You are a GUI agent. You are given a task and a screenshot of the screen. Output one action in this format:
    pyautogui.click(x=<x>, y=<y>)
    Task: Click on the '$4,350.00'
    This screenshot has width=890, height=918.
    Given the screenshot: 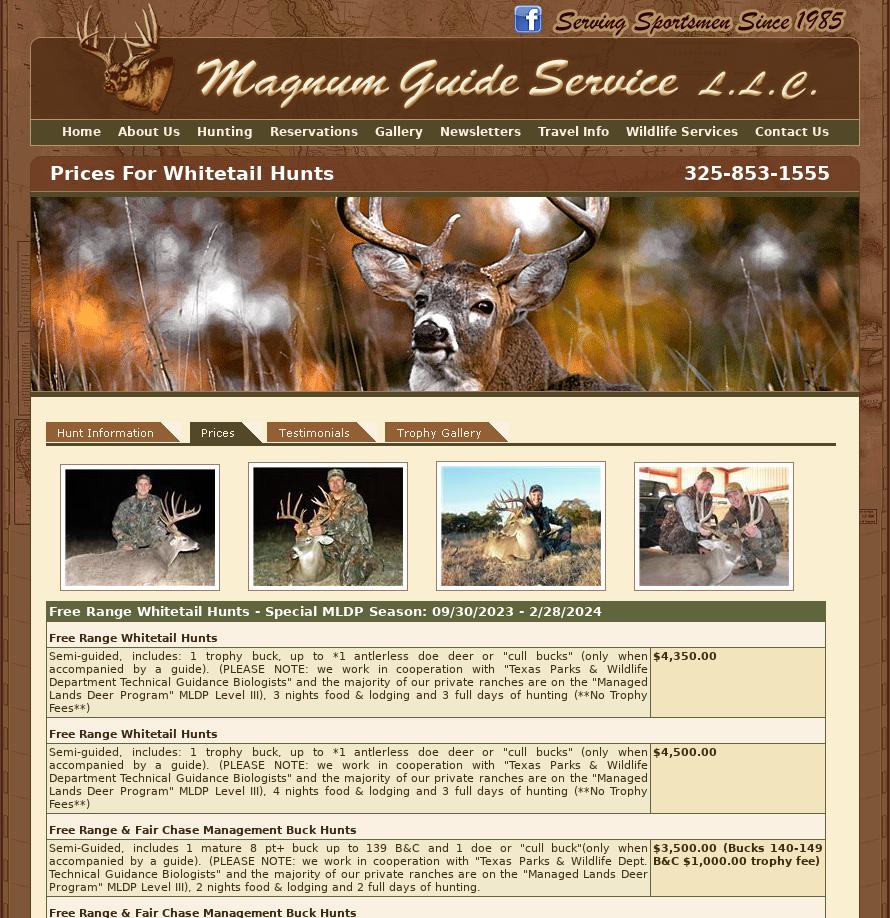 What is the action you would take?
    pyautogui.click(x=684, y=656)
    